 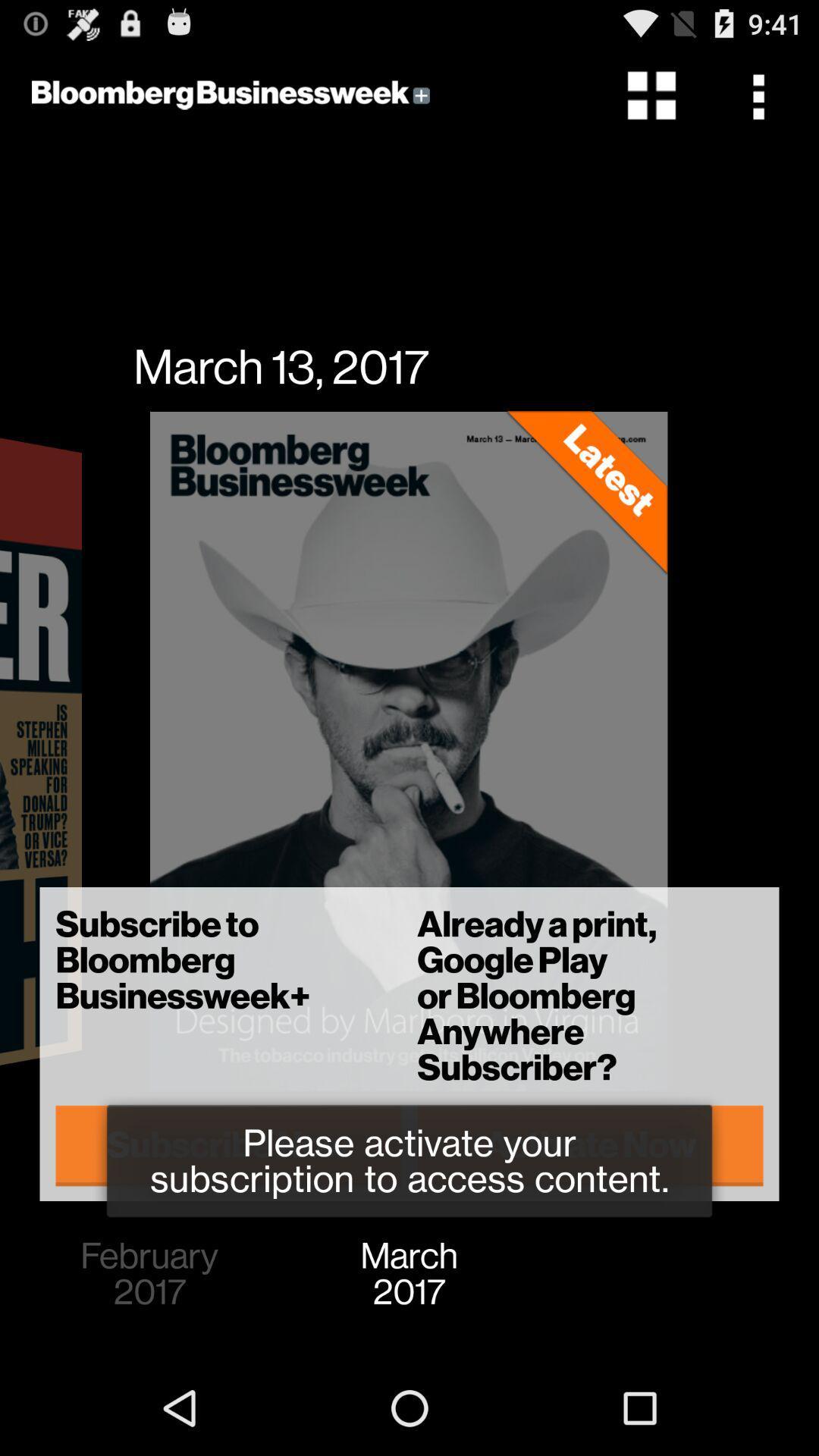 What do you see at coordinates (763, 94) in the screenshot?
I see `the item above already a print icon` at bounding box center [763, 94].